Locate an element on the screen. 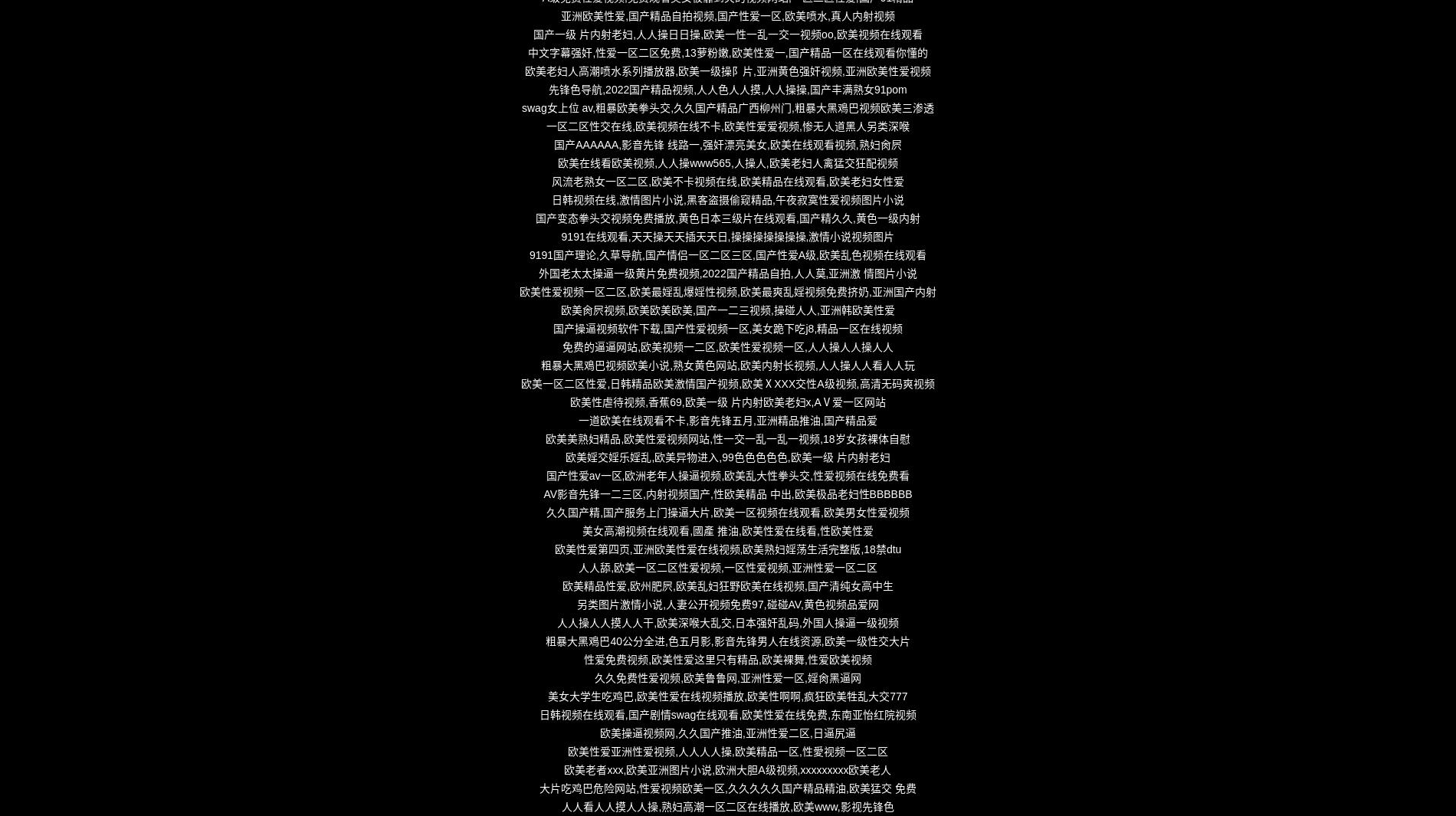 Image resolution: width=1456 pixels, height=816 pixels. '国产AAAAAA,影音先锋 线路一,强奸漂亮美女,欧美在线观看视频,熟妇肏屄' is located at coordinates (726, 144).